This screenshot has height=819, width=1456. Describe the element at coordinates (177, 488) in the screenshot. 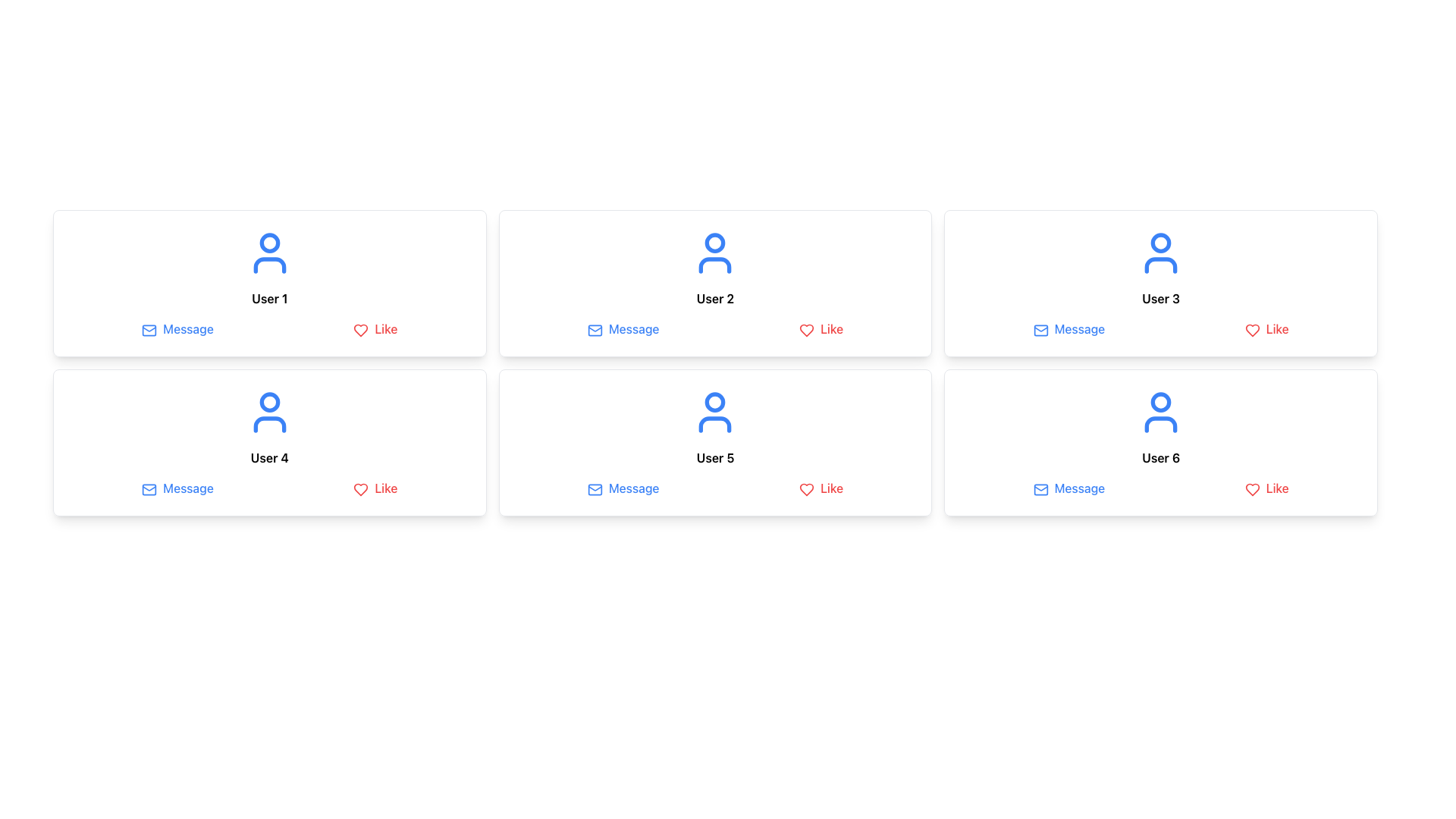

I see `the blue-colored textual link labeled 'Message' with a mail icon` at that location.